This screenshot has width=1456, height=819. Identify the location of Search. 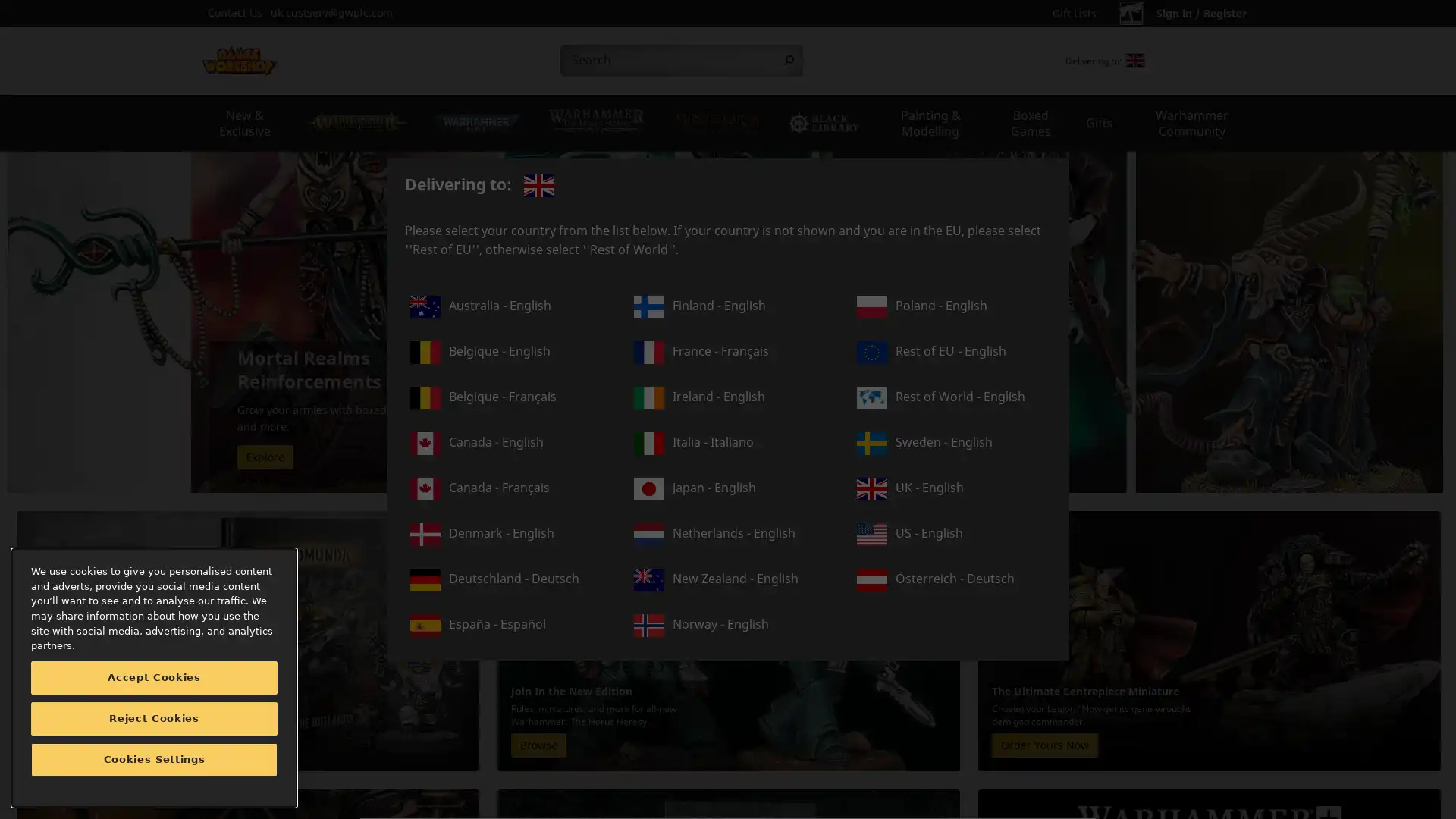
(789, 60).